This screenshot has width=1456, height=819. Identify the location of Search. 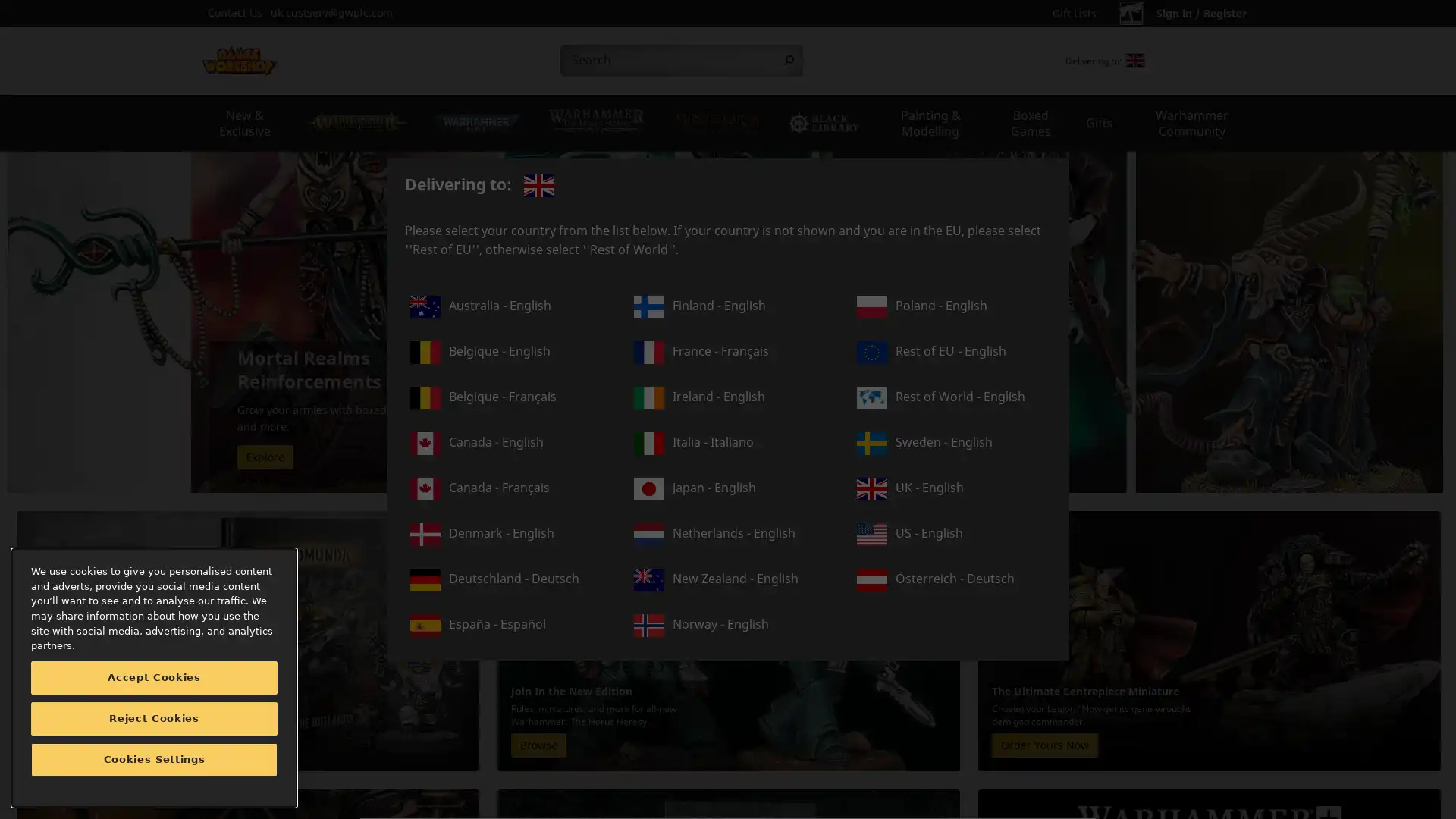
(789, 60).